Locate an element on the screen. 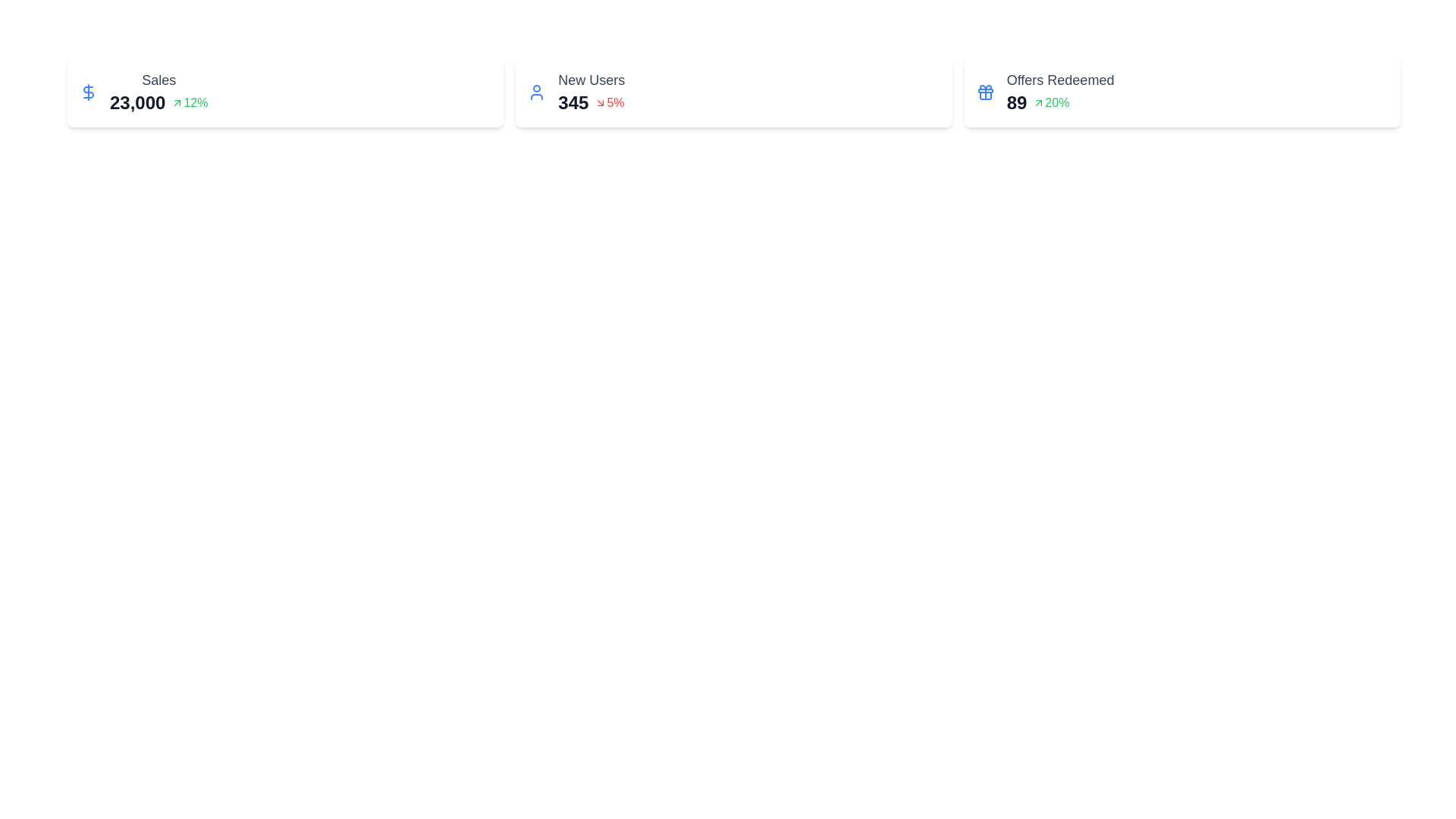 This screenshot has height=819, width=1456. the red text label displaying '5%' located on the right side of a small arrow icon in the 'New Users' section is located at coordinates (615, 102).